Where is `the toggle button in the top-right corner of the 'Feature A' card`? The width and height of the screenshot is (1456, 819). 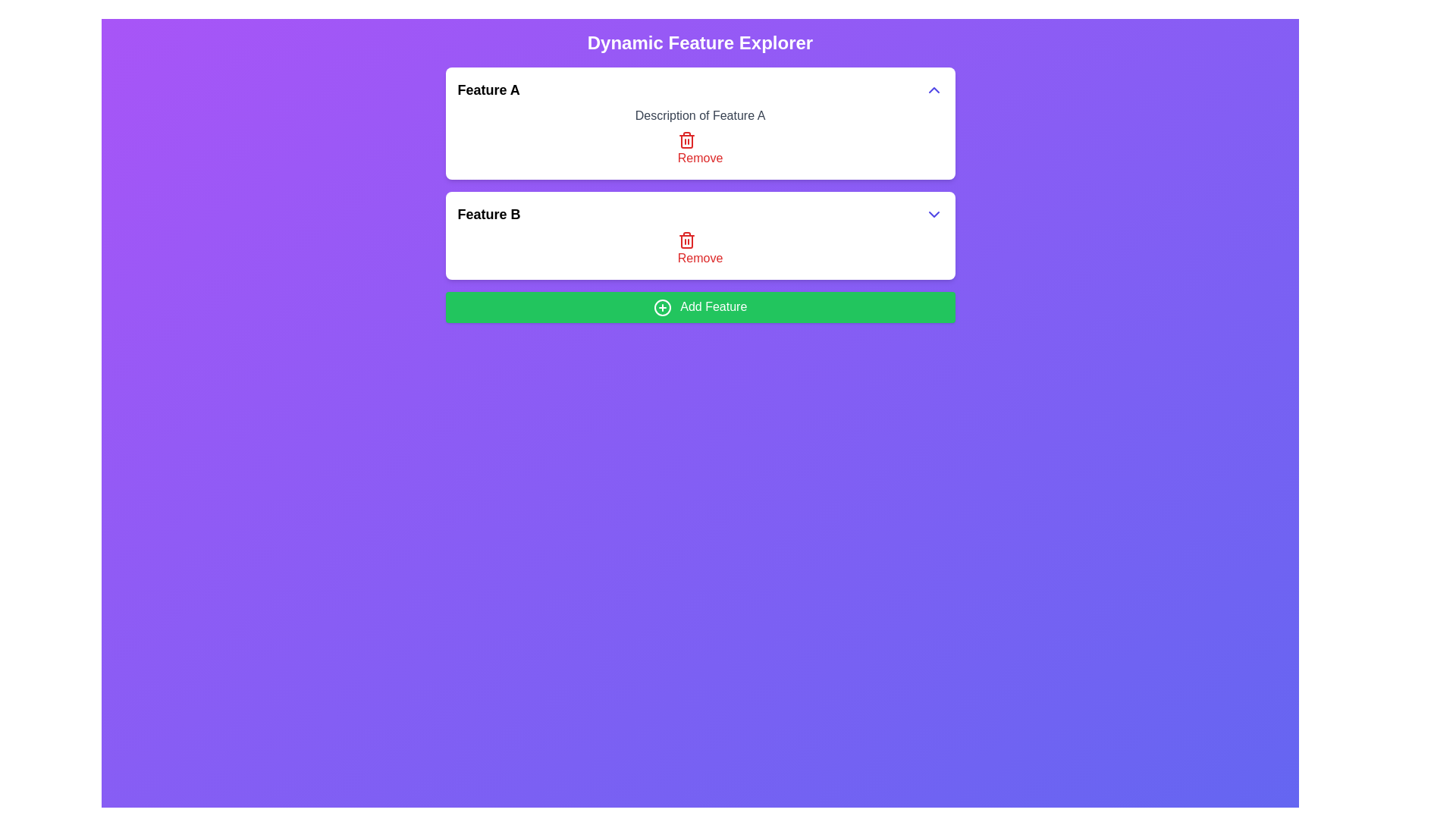
the toggle button in the top-right corner of the 'Feature A' card is located at coordinates (933, 90).